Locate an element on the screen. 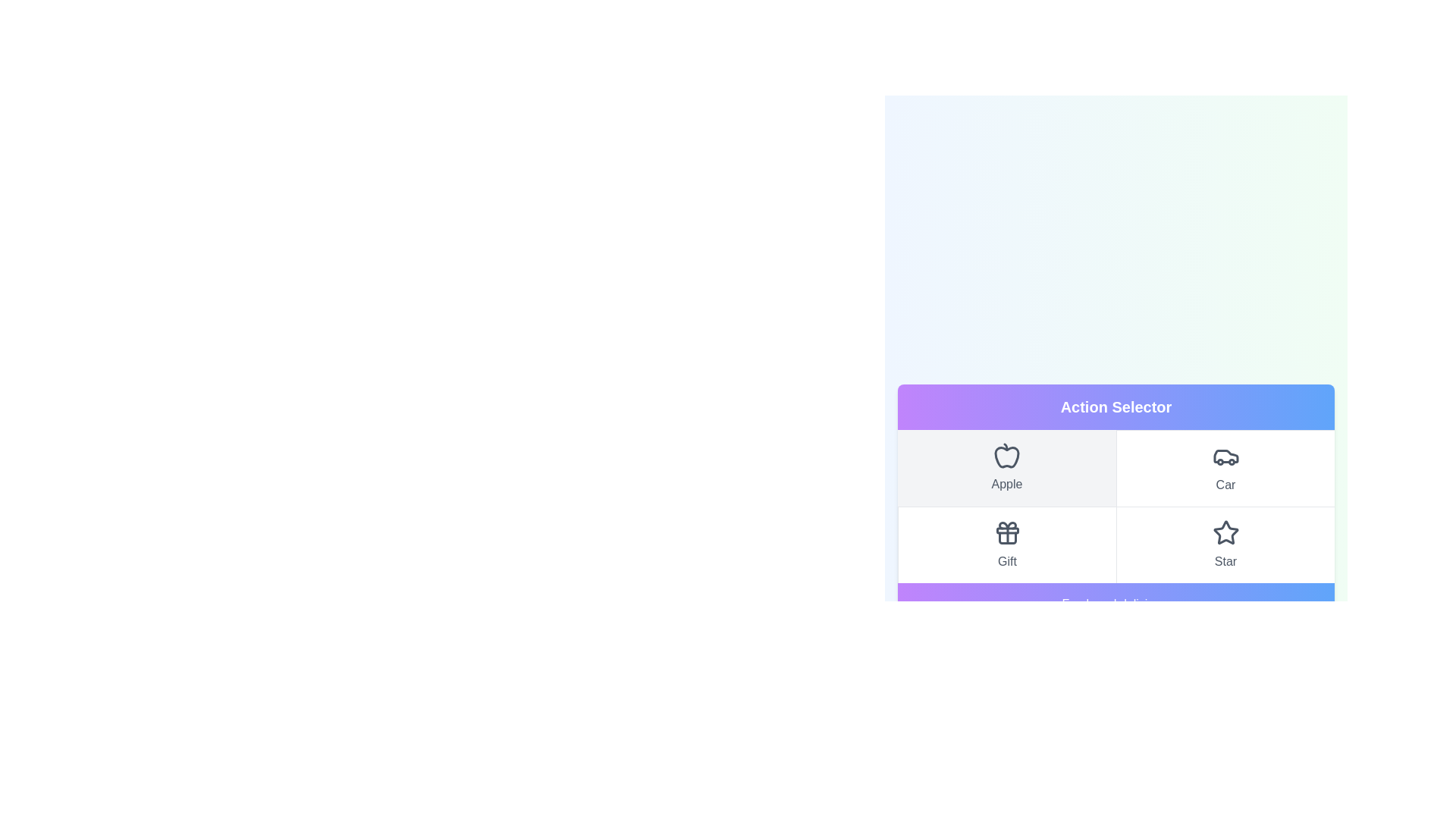  the apple-shaped icon located in the top-left grid cell under the 'Action Selector' heading is located at coordinates (1007, 456).